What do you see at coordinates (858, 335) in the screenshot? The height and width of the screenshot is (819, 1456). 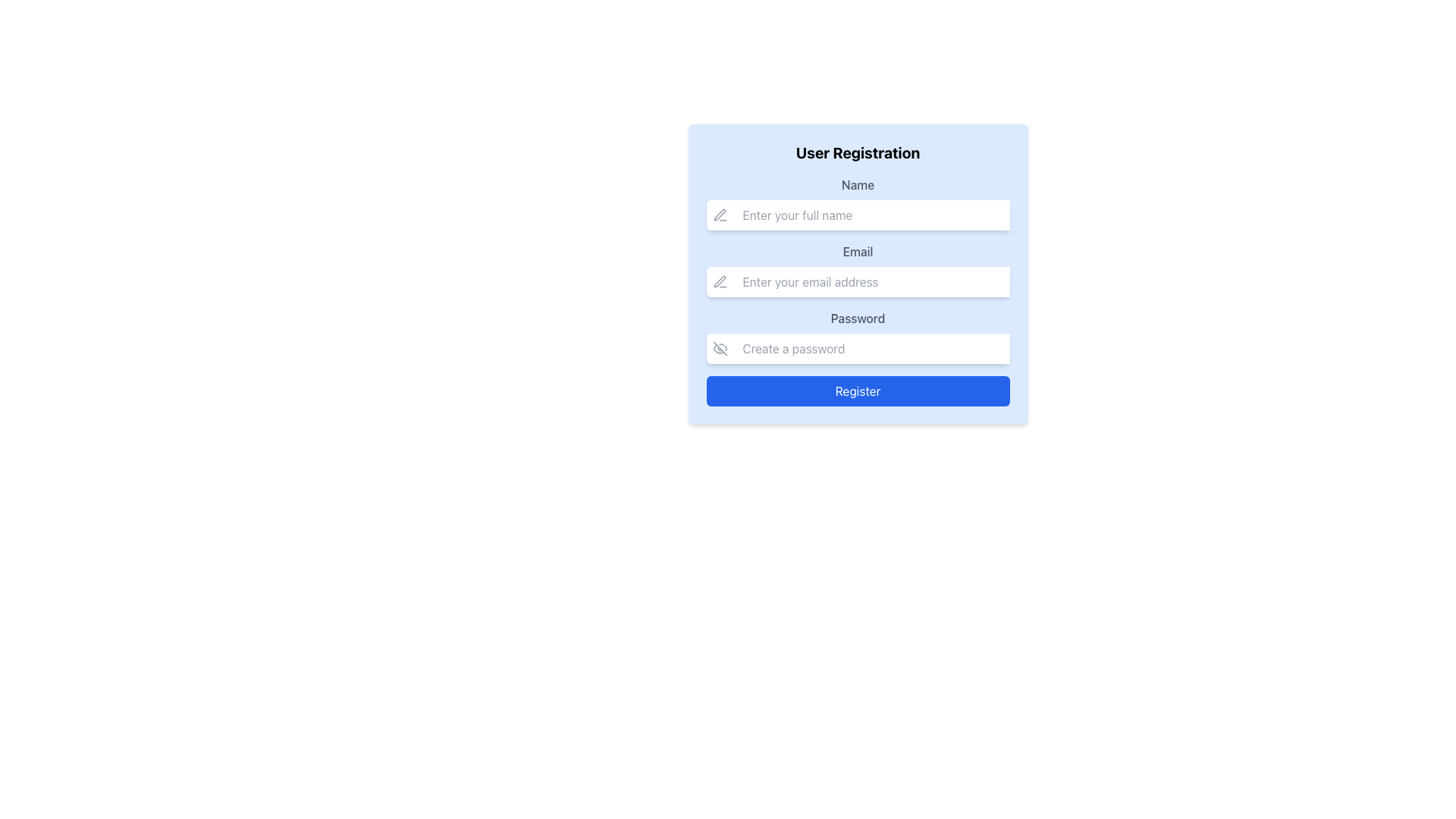 I see `the visibility toggle button of the 'Password' input field in the 'User Registration' form to show or hide the entered password` at bounding box center [858, 335].